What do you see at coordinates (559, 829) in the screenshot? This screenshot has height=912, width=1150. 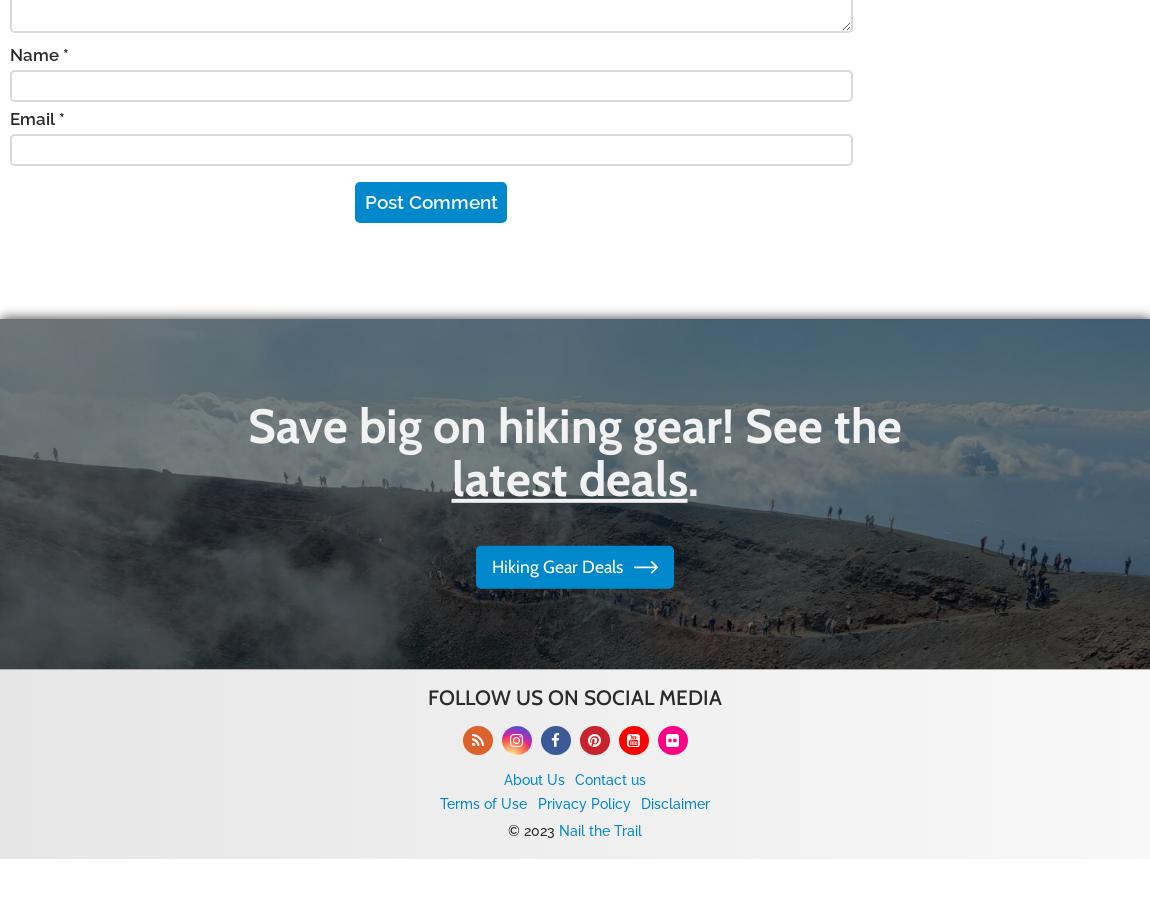 I see `'Nail the Trail'` at bounding box center [559, 829].